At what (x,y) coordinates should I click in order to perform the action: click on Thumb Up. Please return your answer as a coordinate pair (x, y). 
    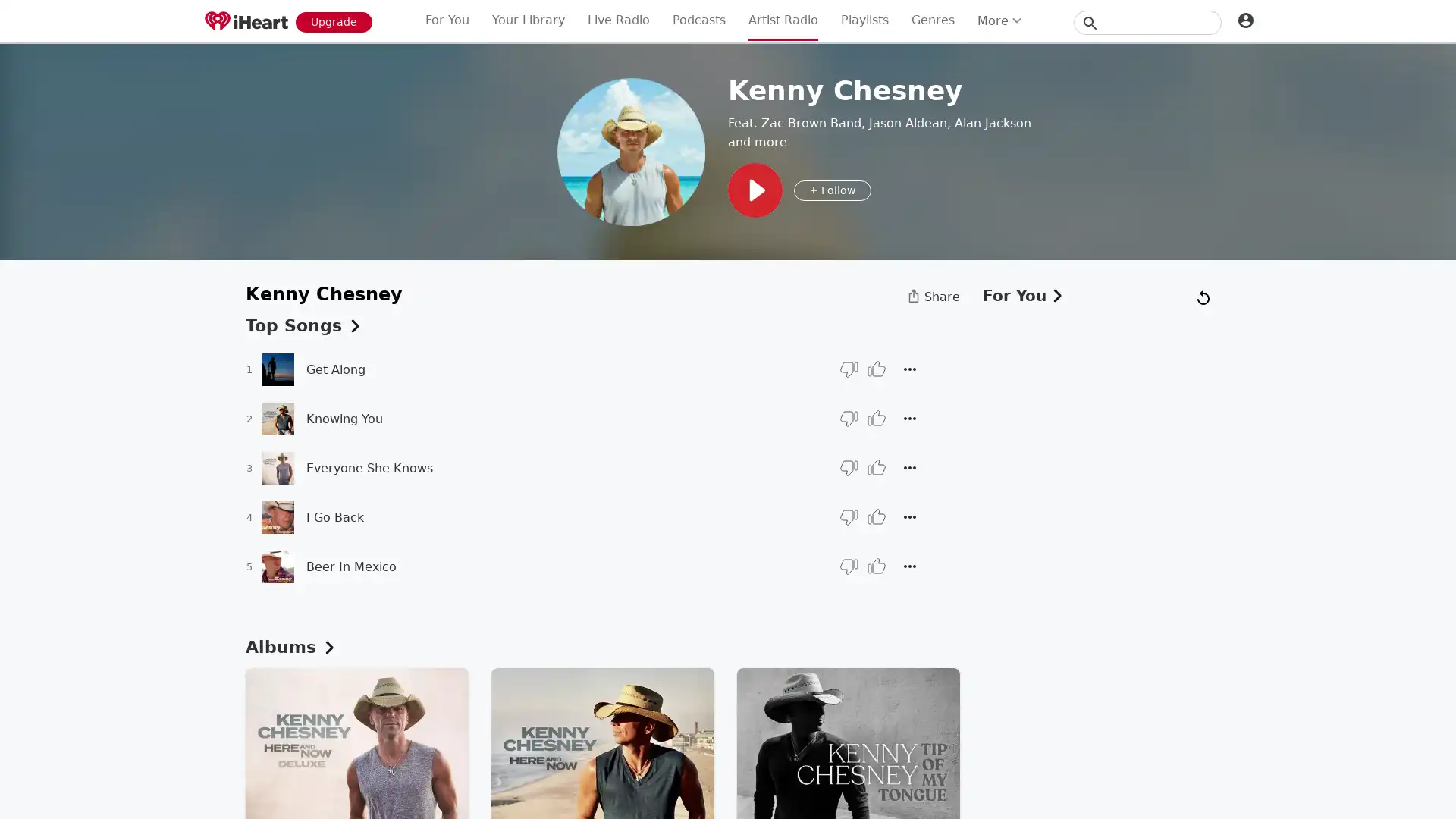
    Looking at the image, I should click on (877, 516).